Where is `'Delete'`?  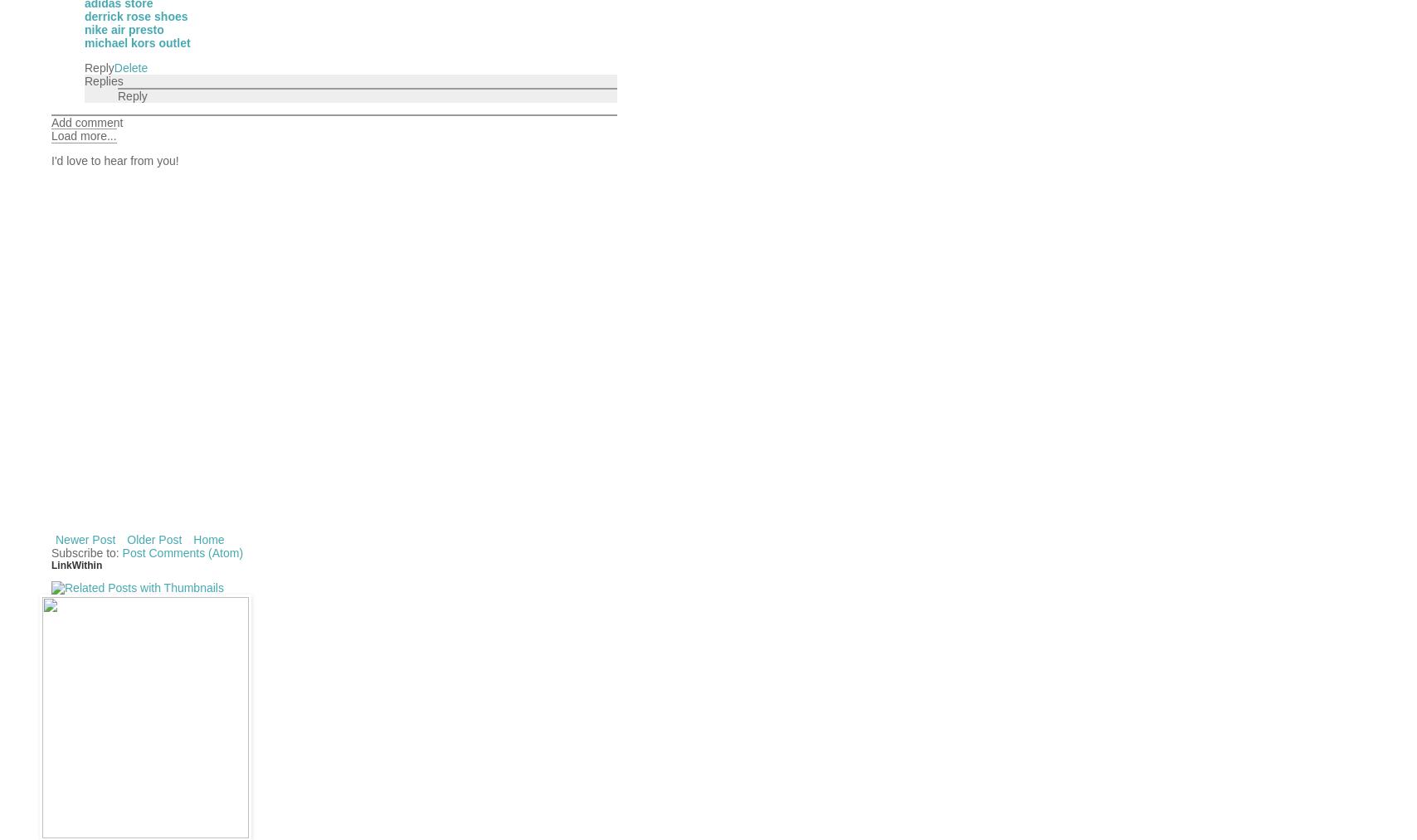
'Delete' is located at coordinates (130, 66).